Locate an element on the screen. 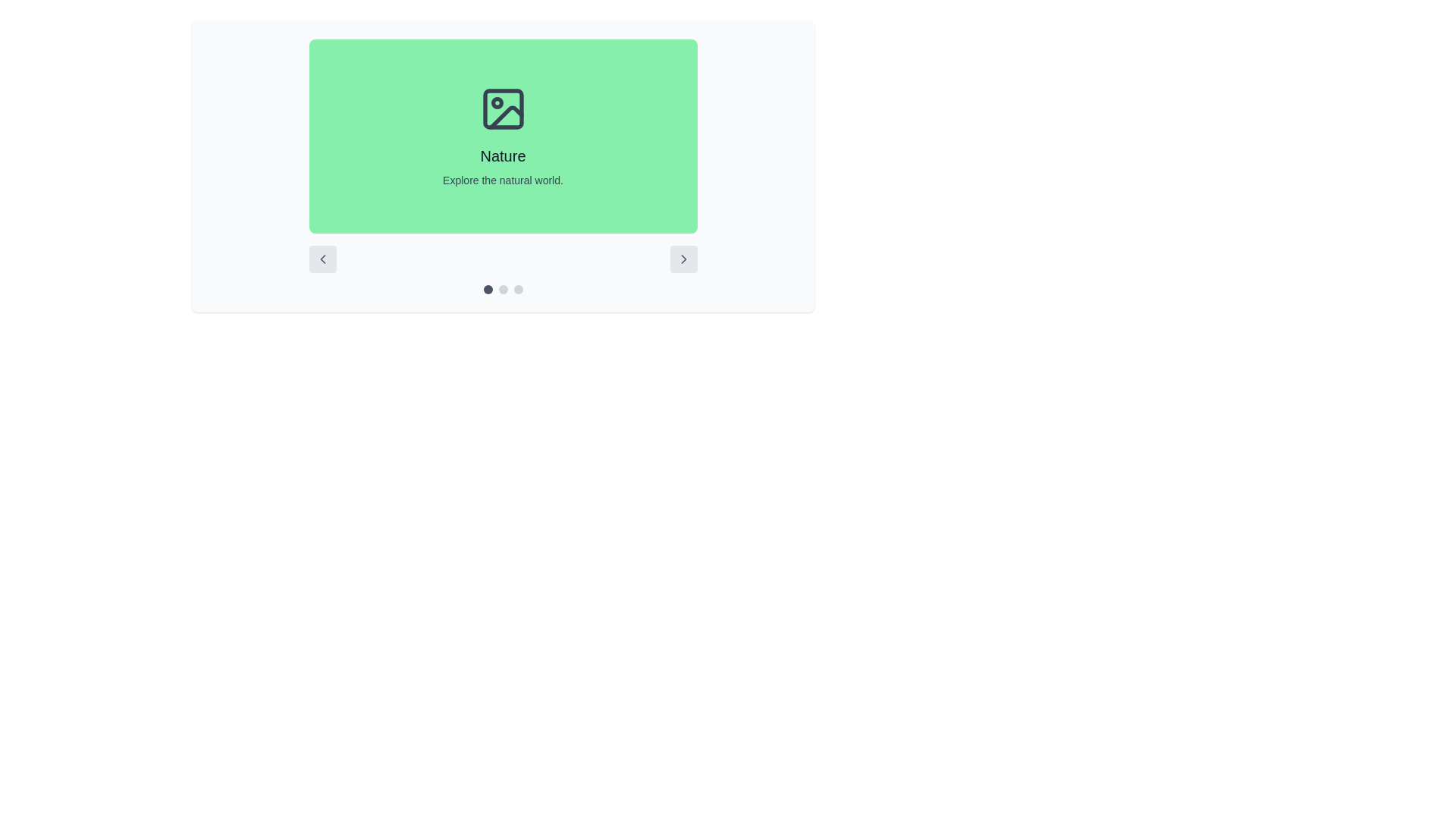 The height and width of the screenshot is (819, 1456). the right navigation button for the carousel is located at coordinates (682, 259).